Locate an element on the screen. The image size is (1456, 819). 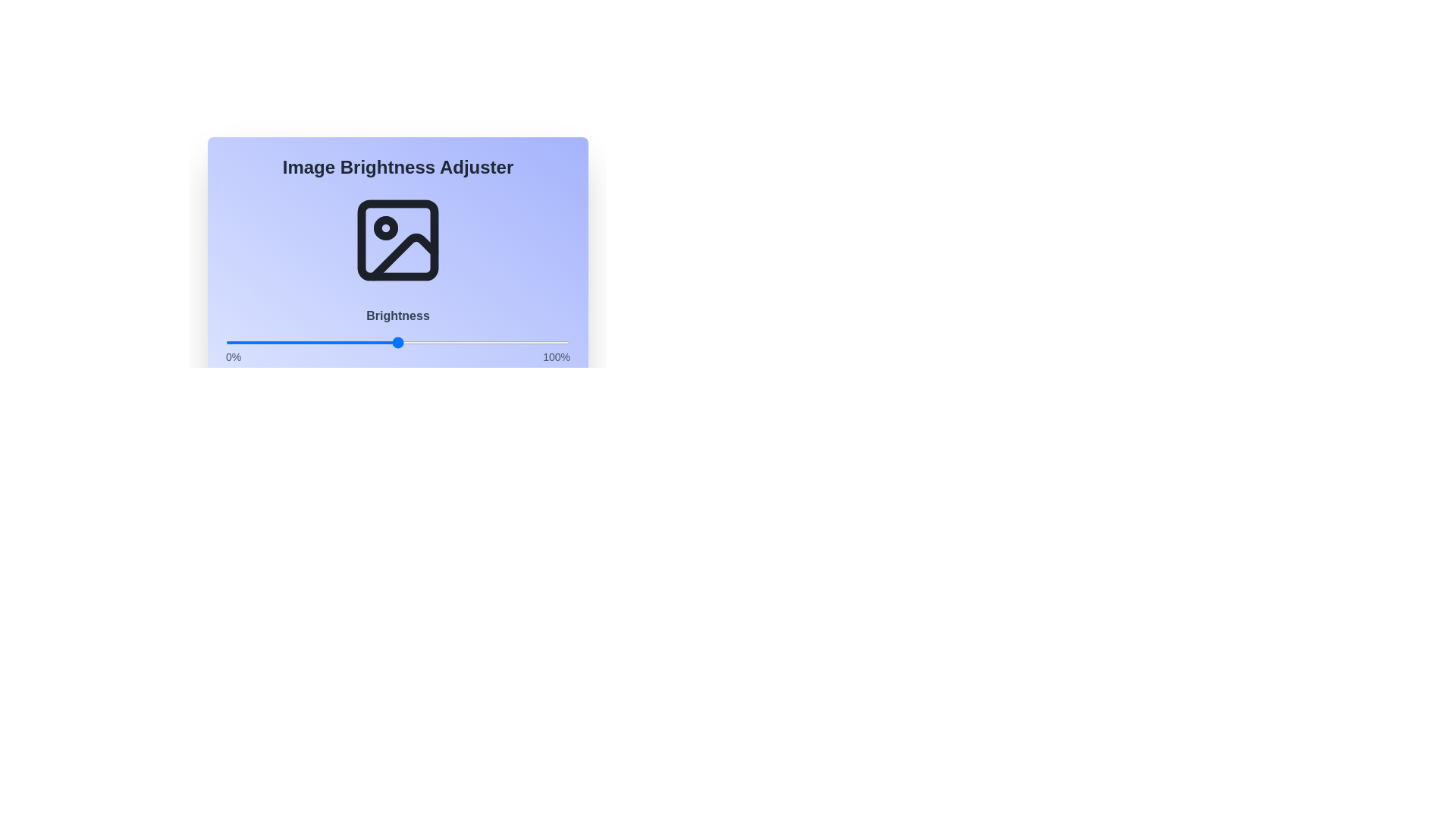
the brightness slider to 35% is located at coordinates (345, 342).